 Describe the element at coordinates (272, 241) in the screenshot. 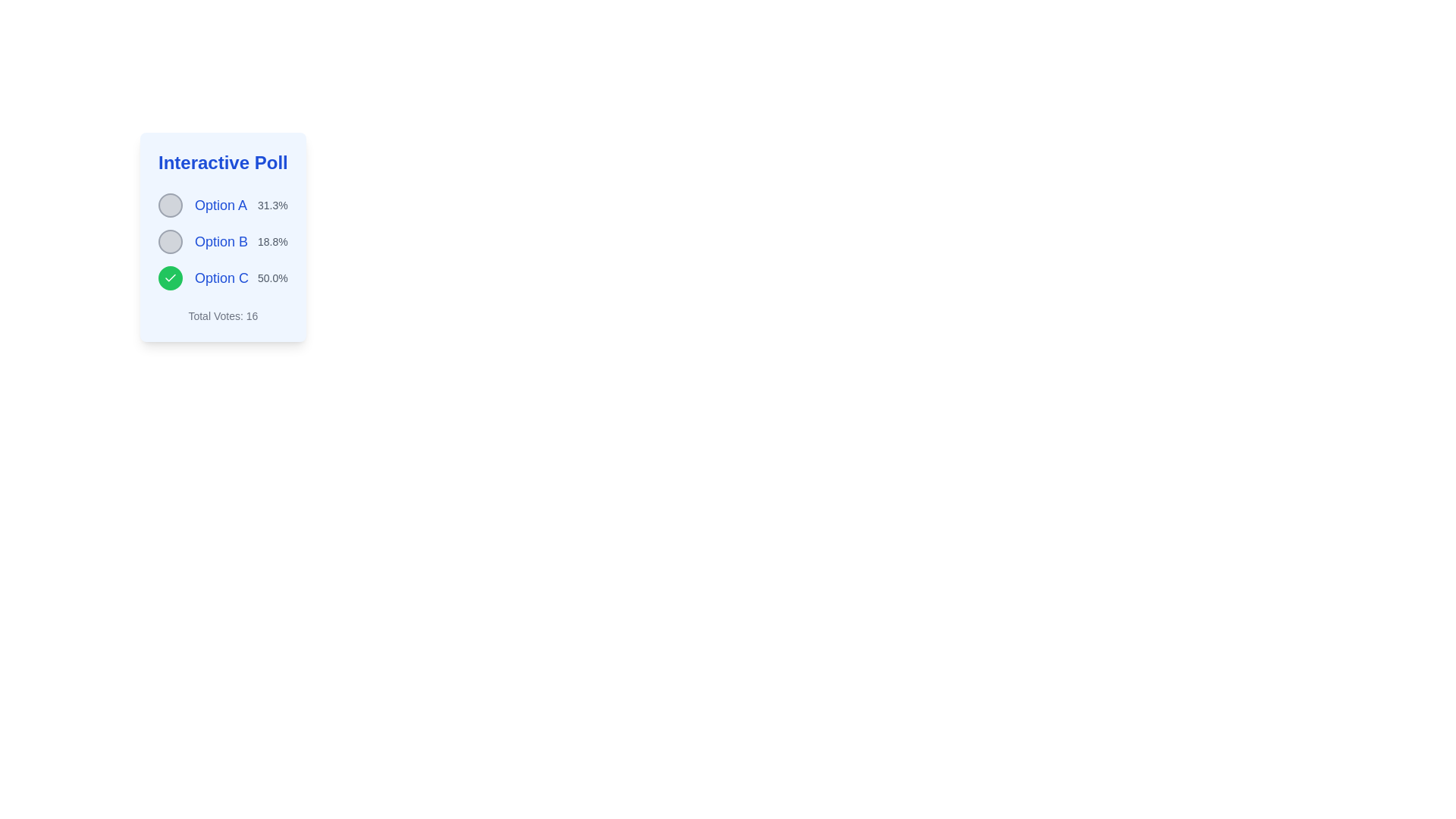

I see `the label displaying '18.8%' which is styled in small, gray-colored font and positioned to the right of 'Option B'` at that location.